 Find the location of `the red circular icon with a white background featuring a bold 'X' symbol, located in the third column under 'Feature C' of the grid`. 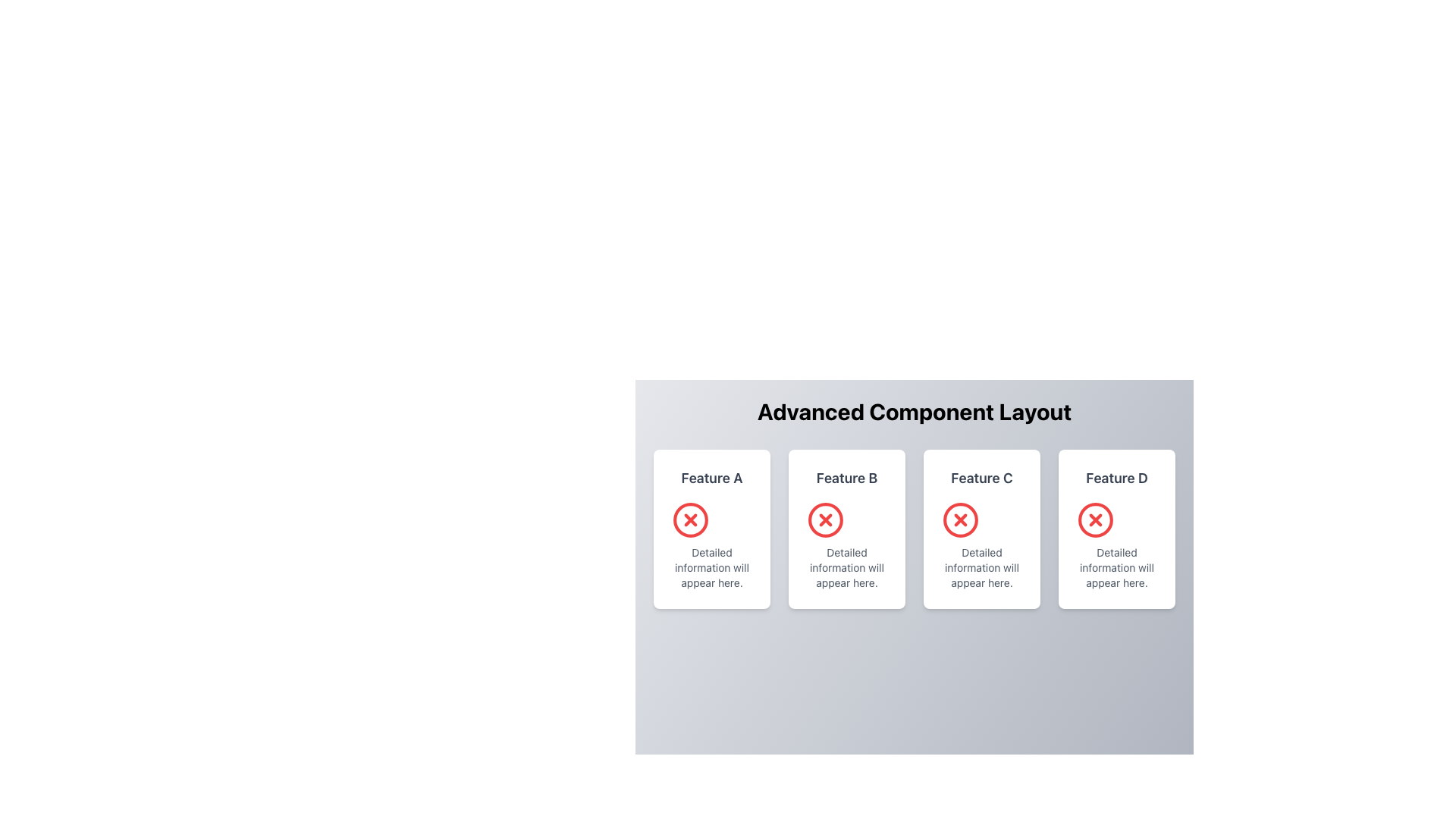

the red circular icon with a white background featuring a bold 'X' symbol, located in the third column under 'Feature C' of the grid is located at coordinates (960, 519).